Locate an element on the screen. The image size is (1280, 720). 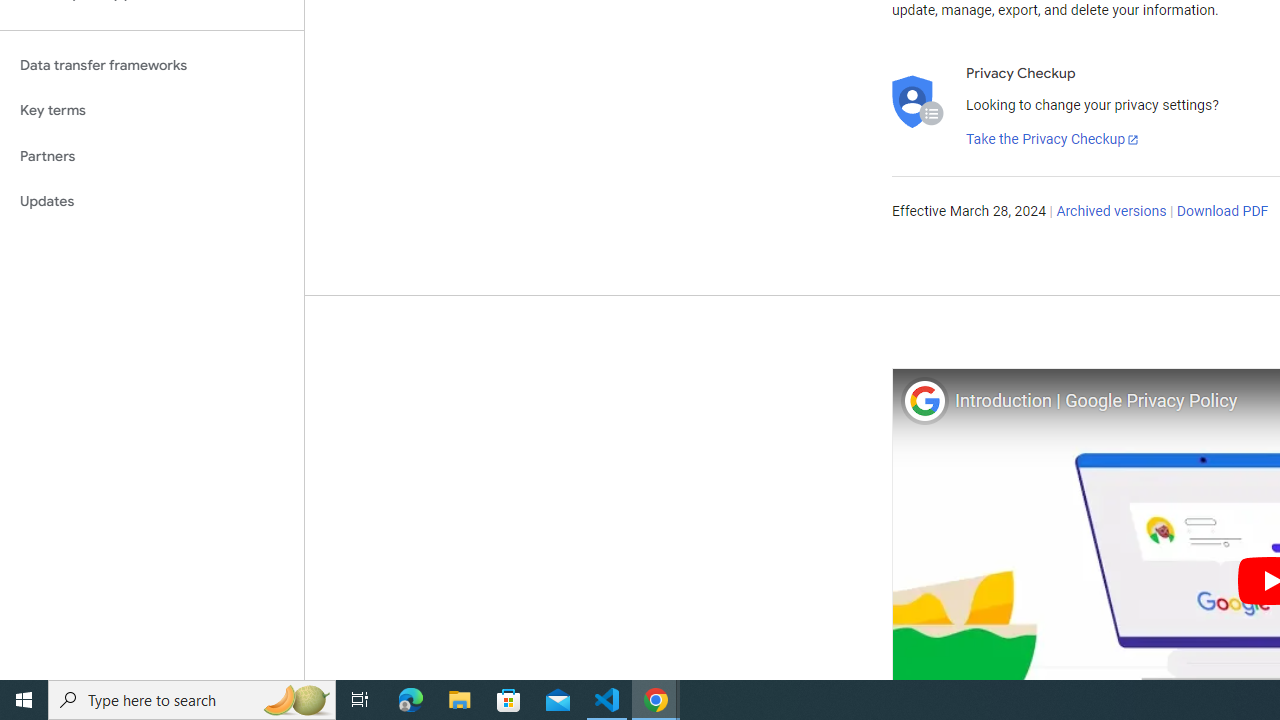
'Key terms' is located at coordinates (151, 110).